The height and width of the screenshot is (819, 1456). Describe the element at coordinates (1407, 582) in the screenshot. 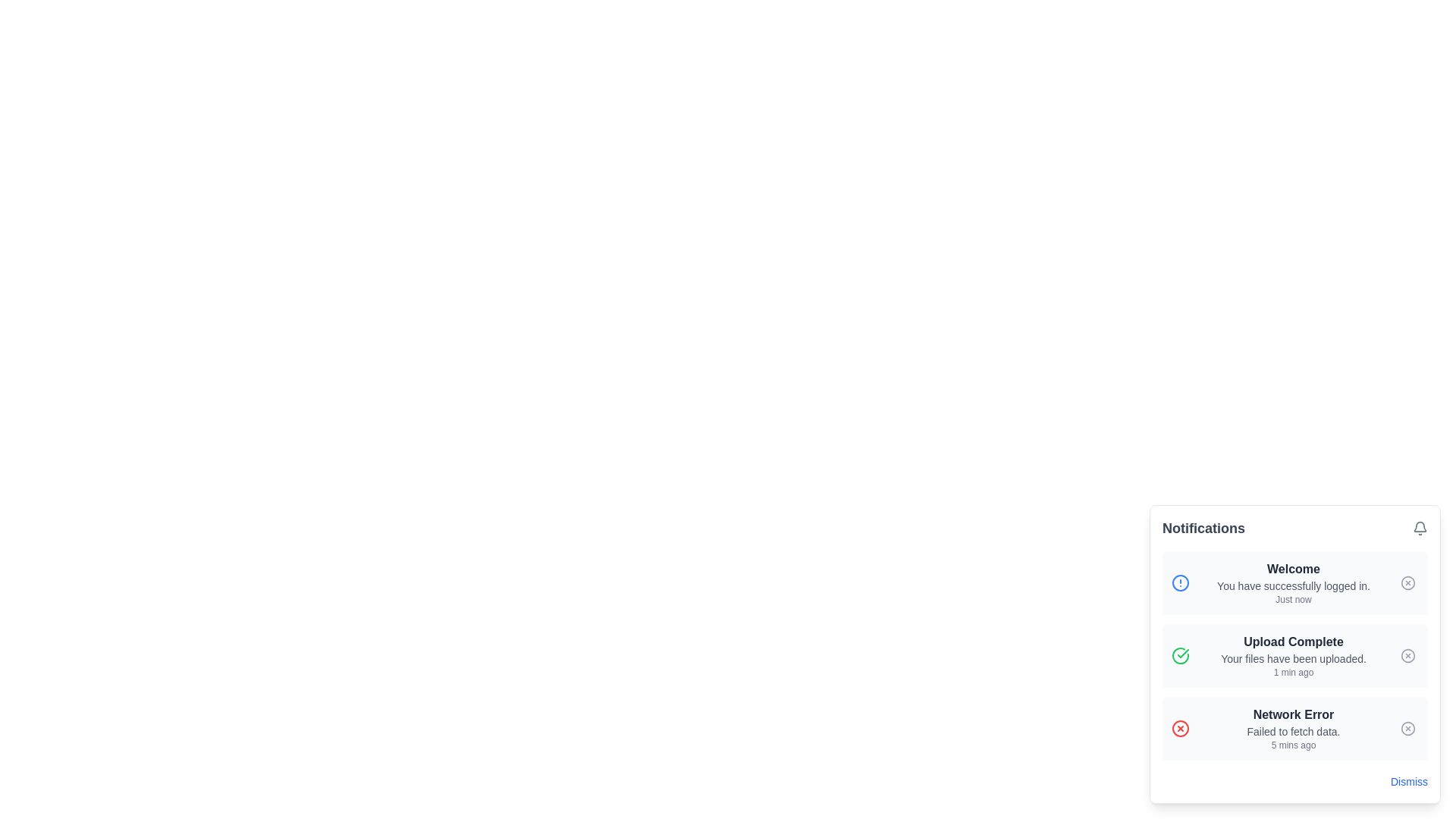

I see `the circular close button with a cross mark inside it located in the top-right corner of the 'Welcome' notification entry` at that location.